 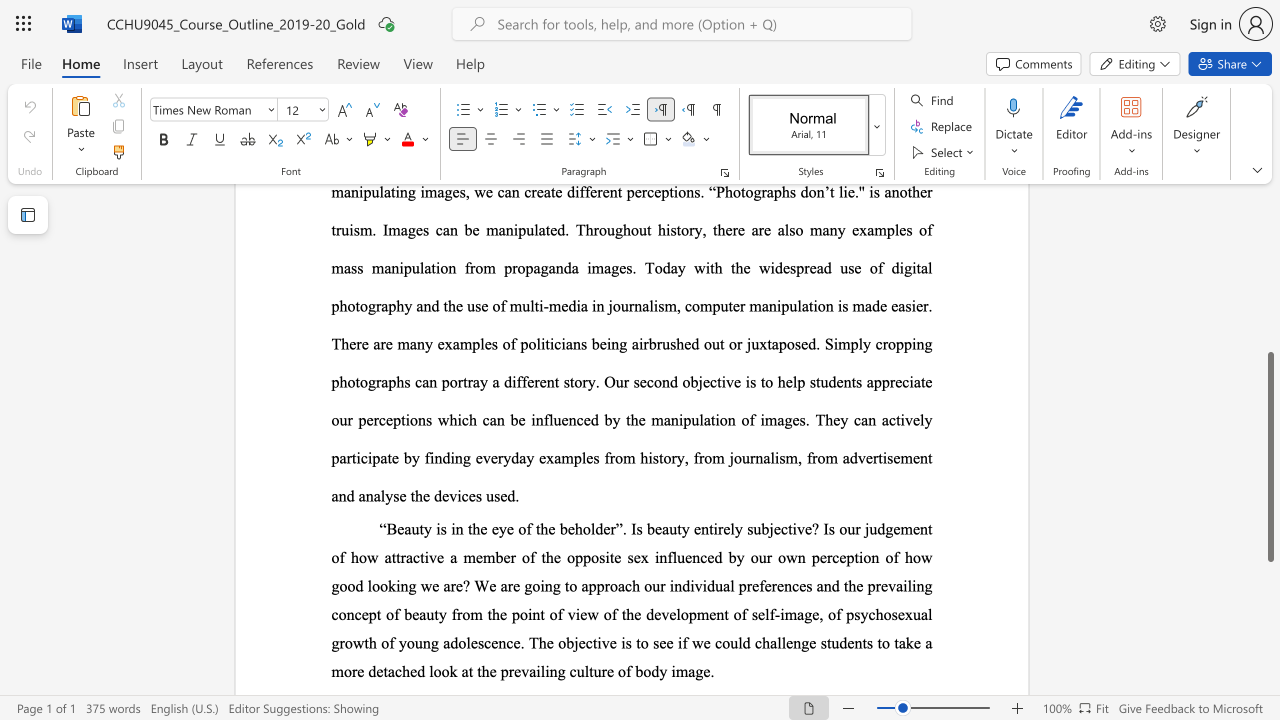 I want to click on the scrollbar and move up 320 pixels, so click(x=1269, y=457).